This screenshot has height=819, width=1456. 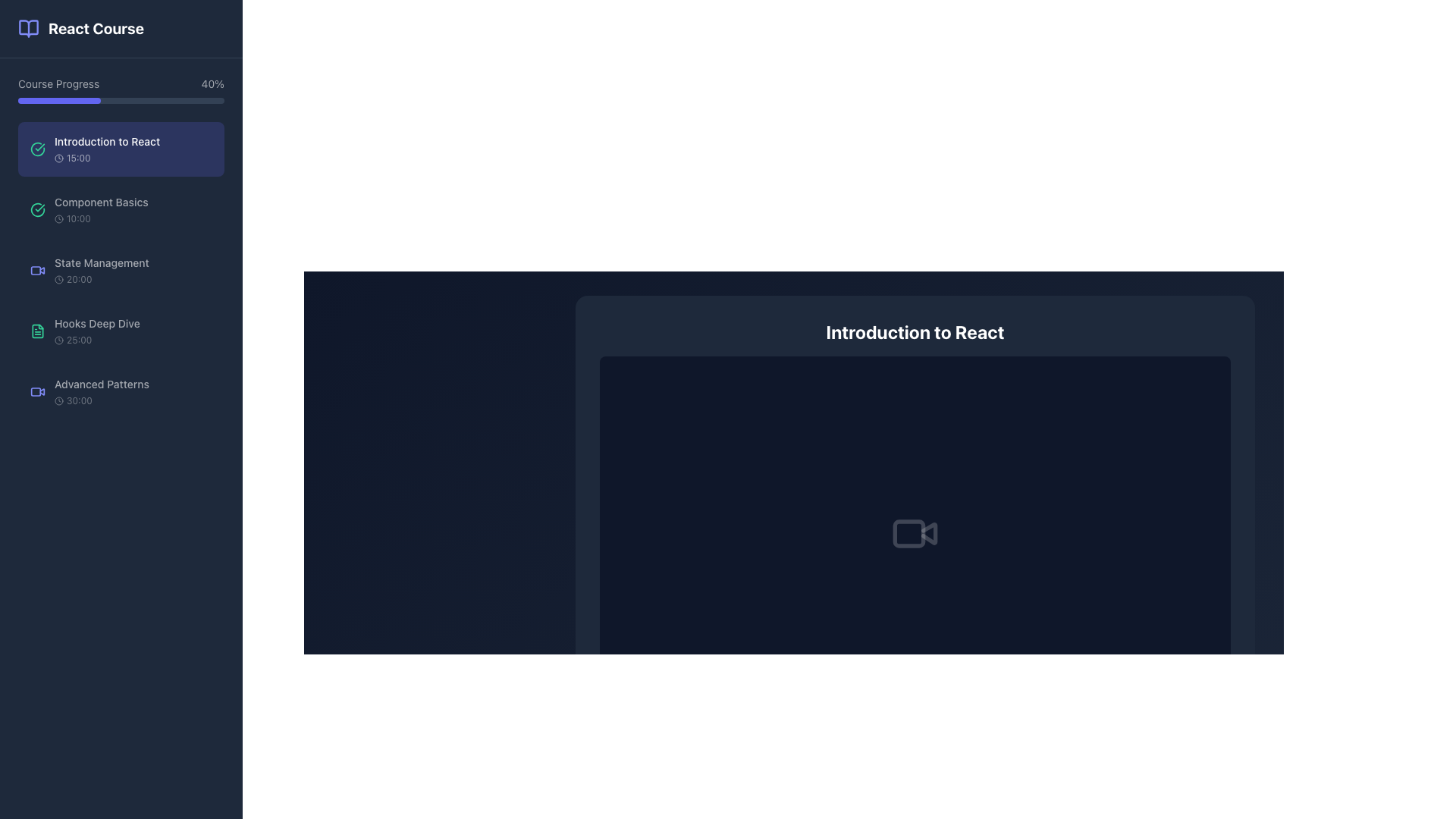 I want to click on the time indicator element labeled '15:00' in the left-side course navigation panel of the 'Introduction to React' section, so click(x=133, y=158).